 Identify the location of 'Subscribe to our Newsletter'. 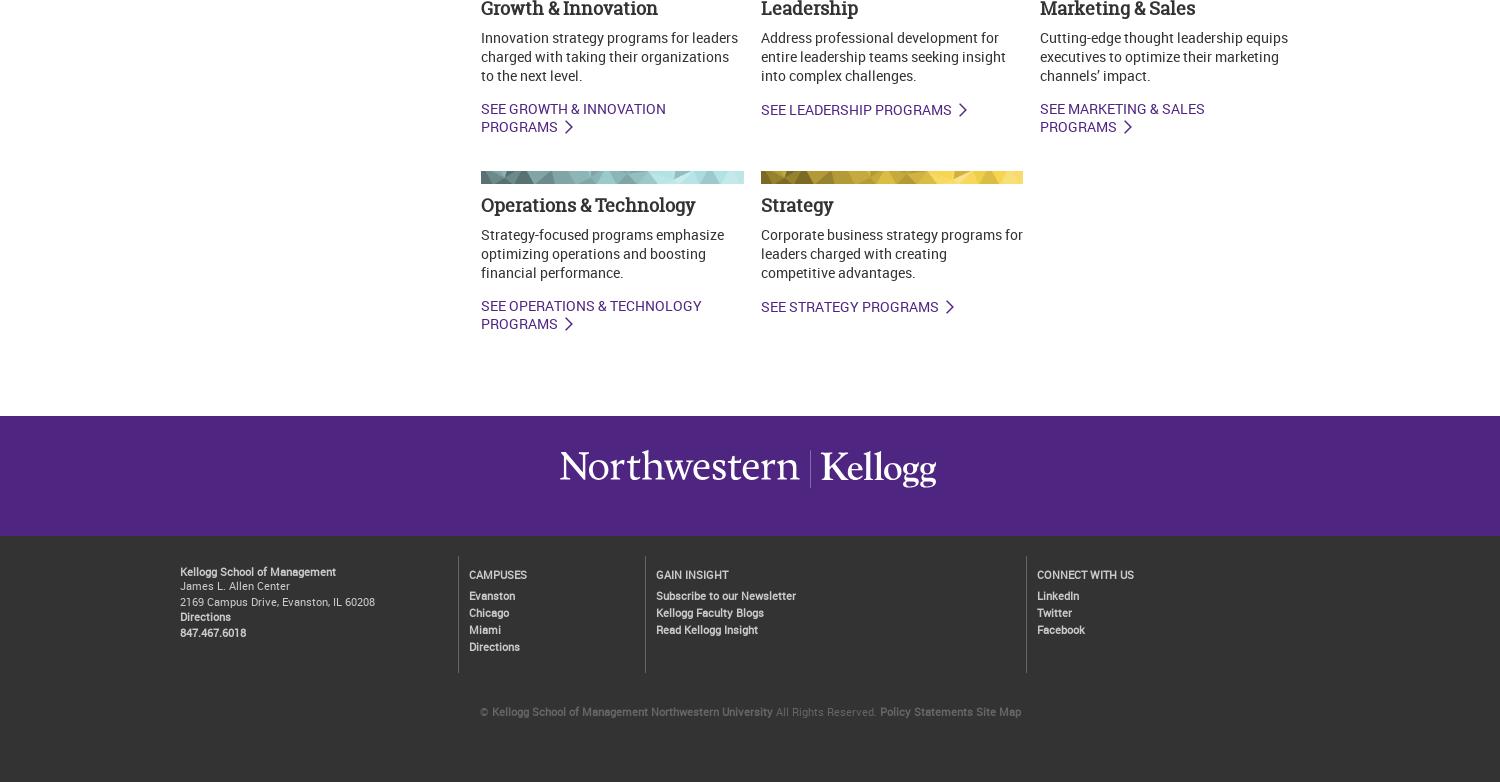
(655, 593).